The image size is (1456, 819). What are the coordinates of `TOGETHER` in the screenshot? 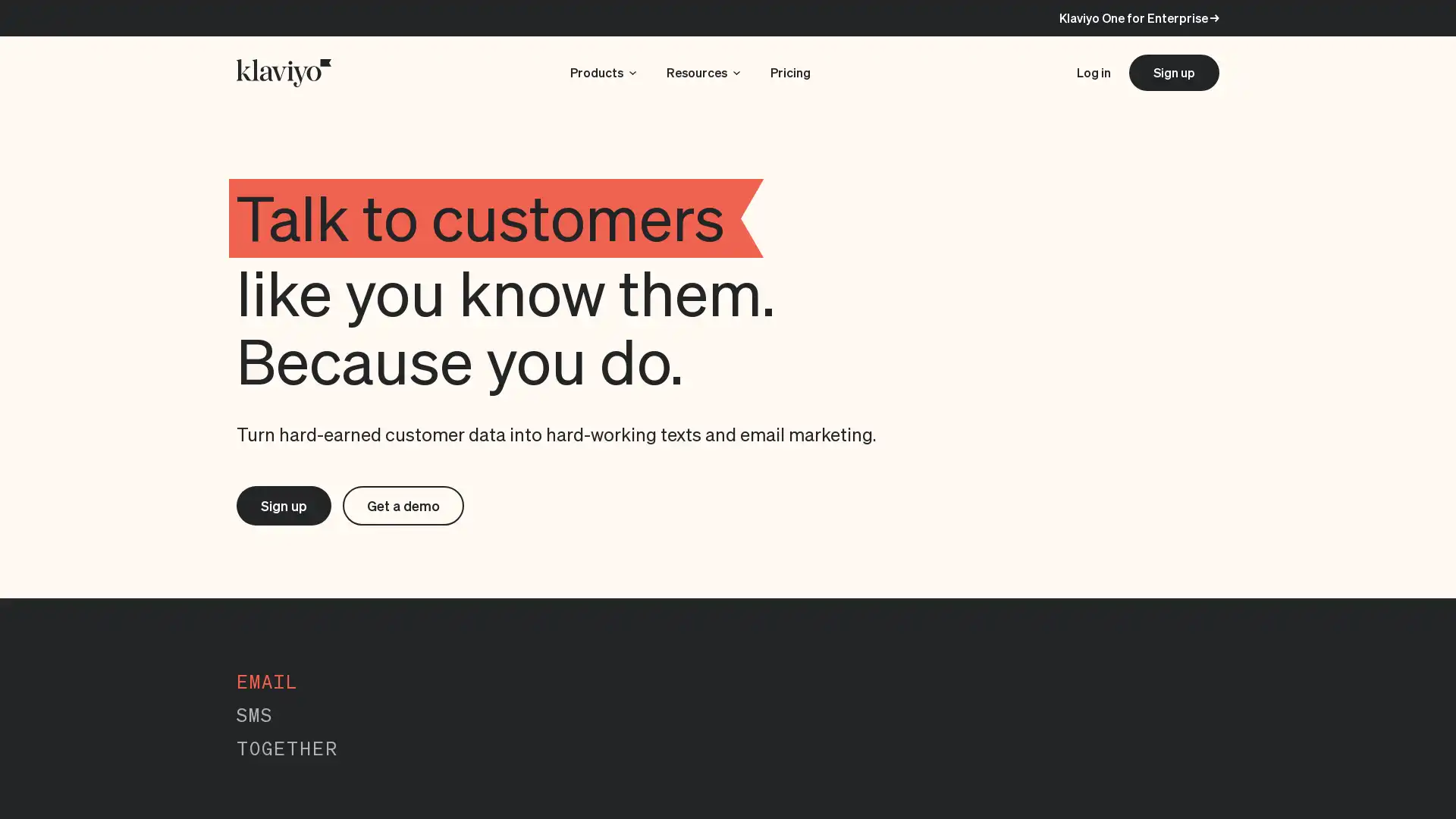 It's located at (287, 752).